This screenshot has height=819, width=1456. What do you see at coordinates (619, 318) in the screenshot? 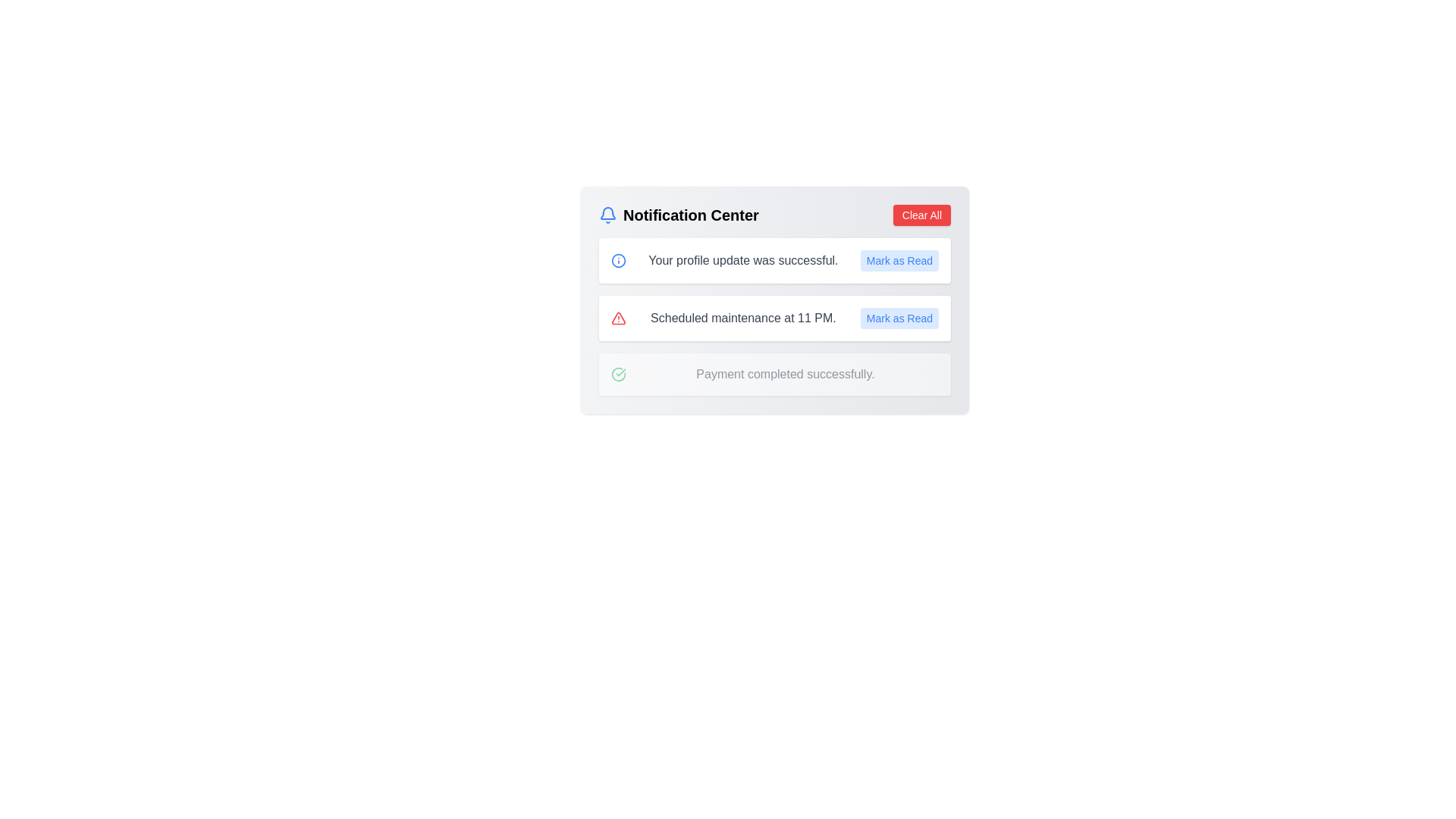
I see `the alert icon located to the left of the 'Scheduled maintenance at 11 PM' notification in the second entry of the notification list` at bounding box center [619, 318].